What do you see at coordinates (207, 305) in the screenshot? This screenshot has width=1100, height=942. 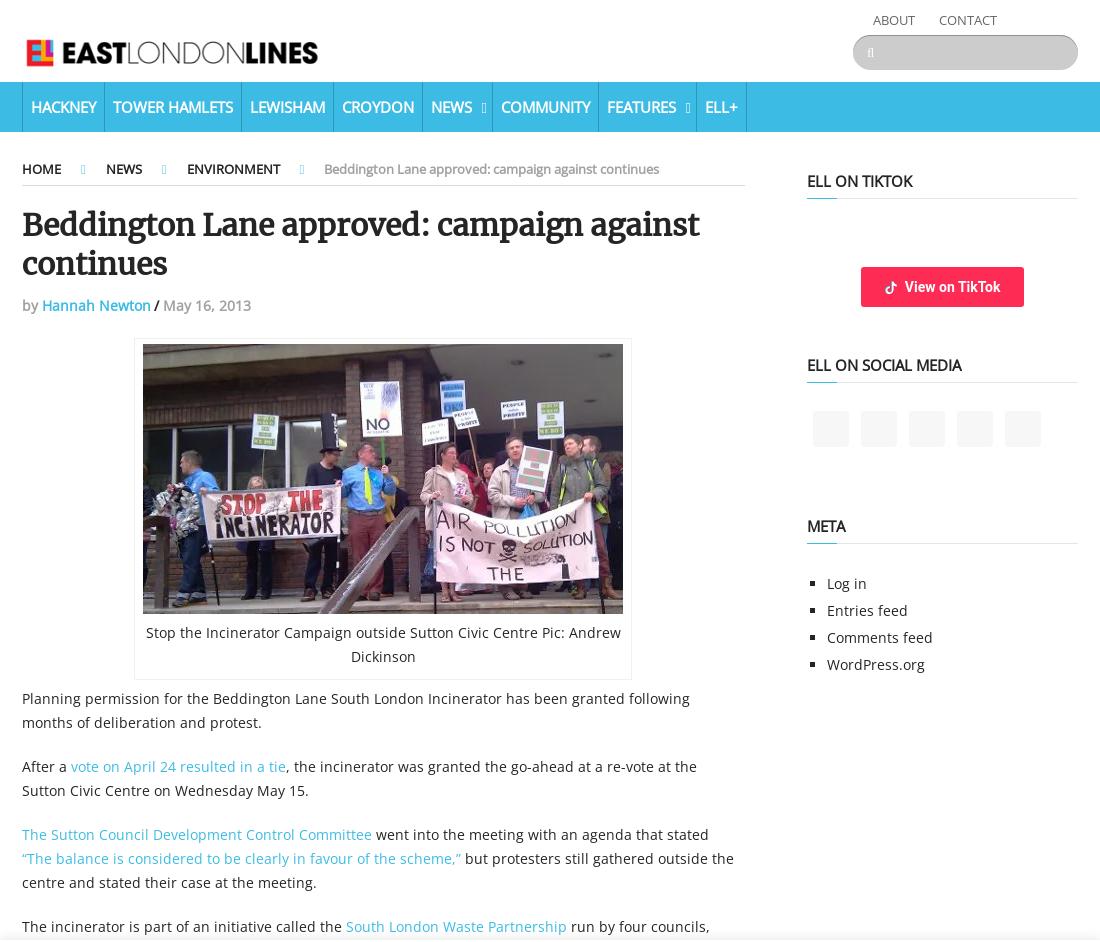 I see `'May 16, 2013'` at bounding box center [207, 305].